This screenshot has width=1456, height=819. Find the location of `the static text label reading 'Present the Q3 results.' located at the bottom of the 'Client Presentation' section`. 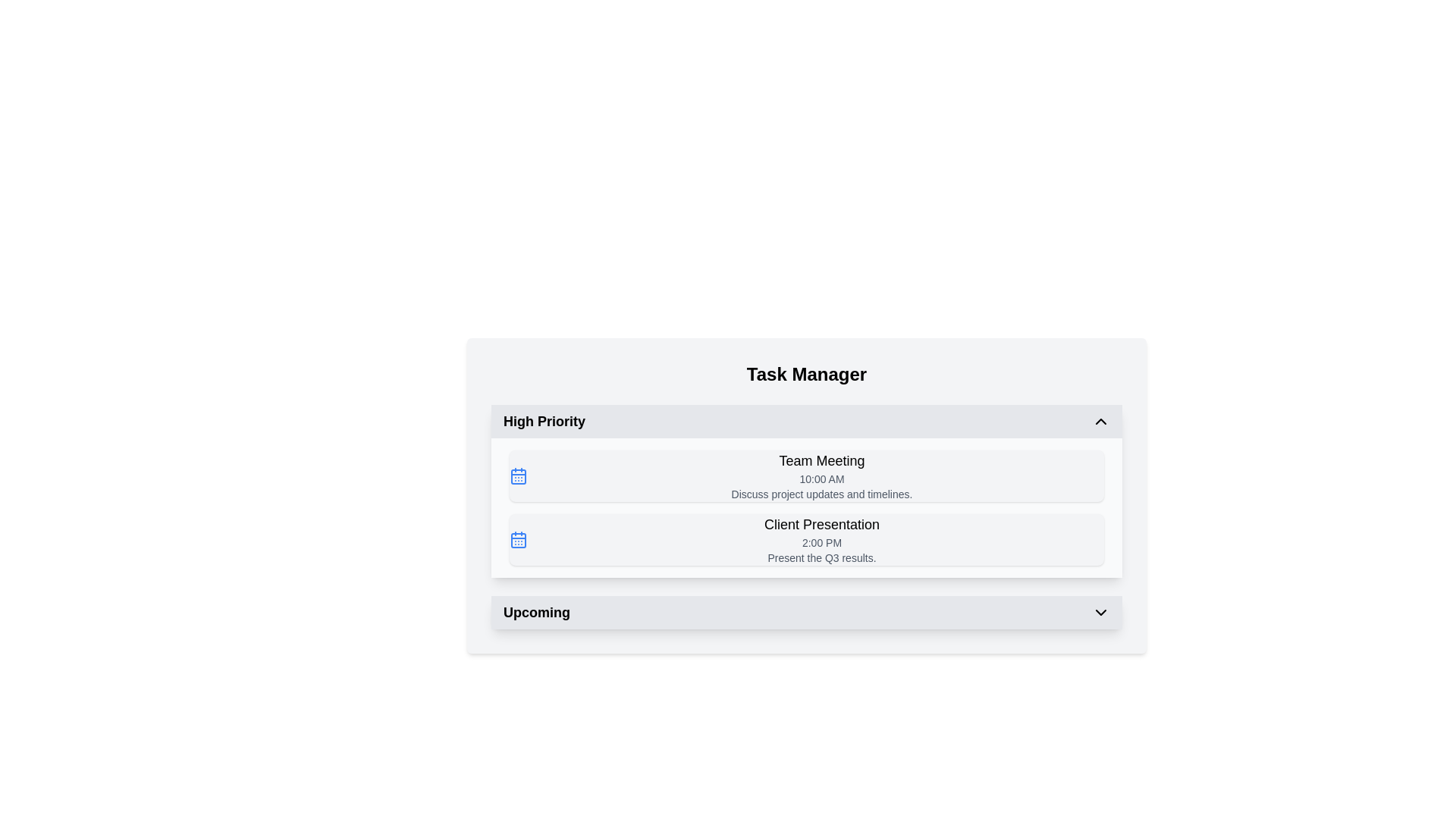

the static text label reading 'Present the Q3 results.' located at the bottom of the 'Client Presentation' section is located at coordinates (821, 558).